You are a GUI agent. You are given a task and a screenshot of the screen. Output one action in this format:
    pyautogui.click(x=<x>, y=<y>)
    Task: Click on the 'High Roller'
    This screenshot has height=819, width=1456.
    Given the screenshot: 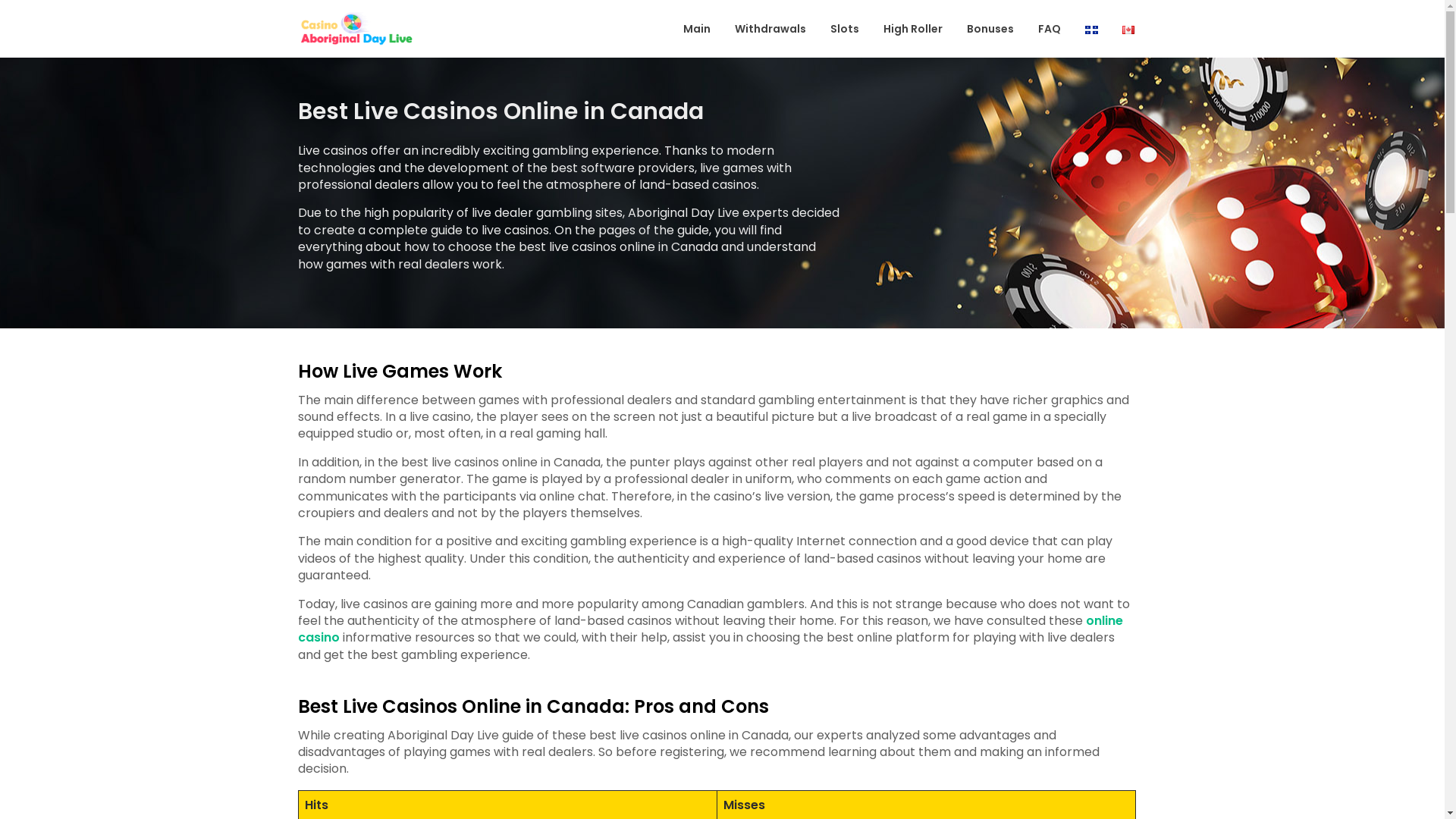 What is the action you would take?
    pyautogui.click(x=912, y=29)
    